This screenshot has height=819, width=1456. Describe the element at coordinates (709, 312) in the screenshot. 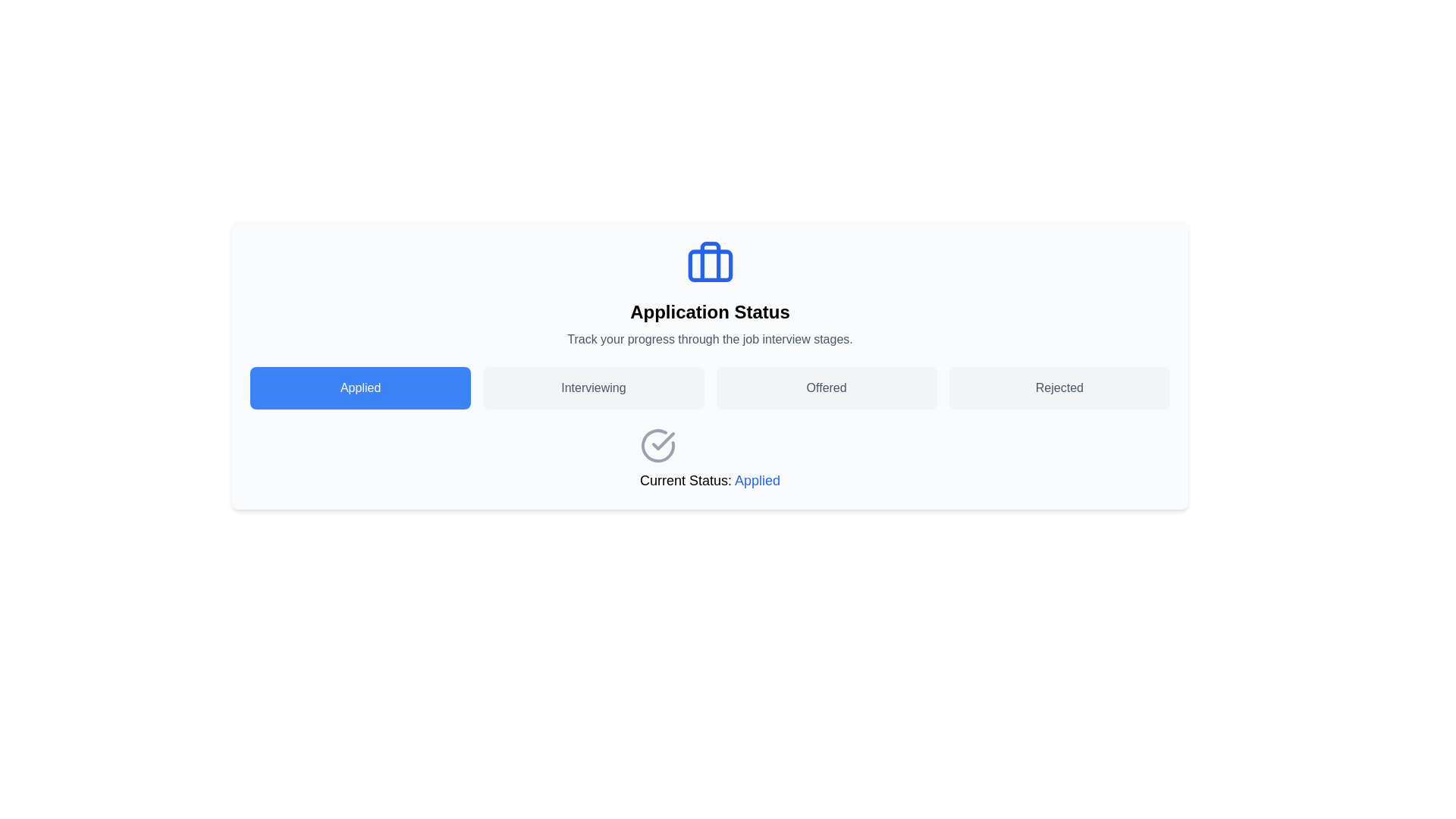

I see `text label 'Application Status' which is a bold heading located at the top center of the page, beneath a blue gift box icon` at that location.